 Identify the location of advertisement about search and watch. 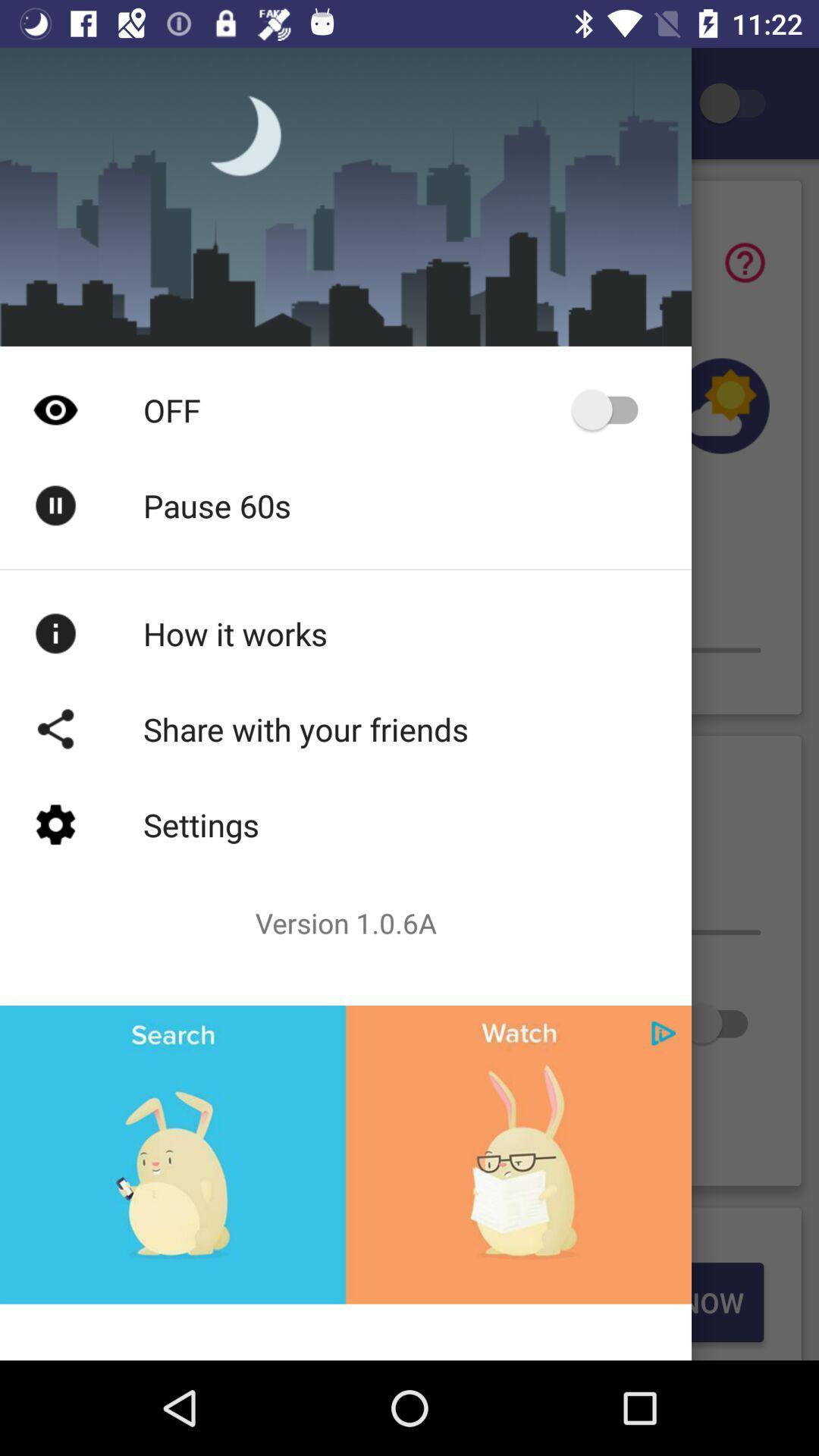
(345, 1153).